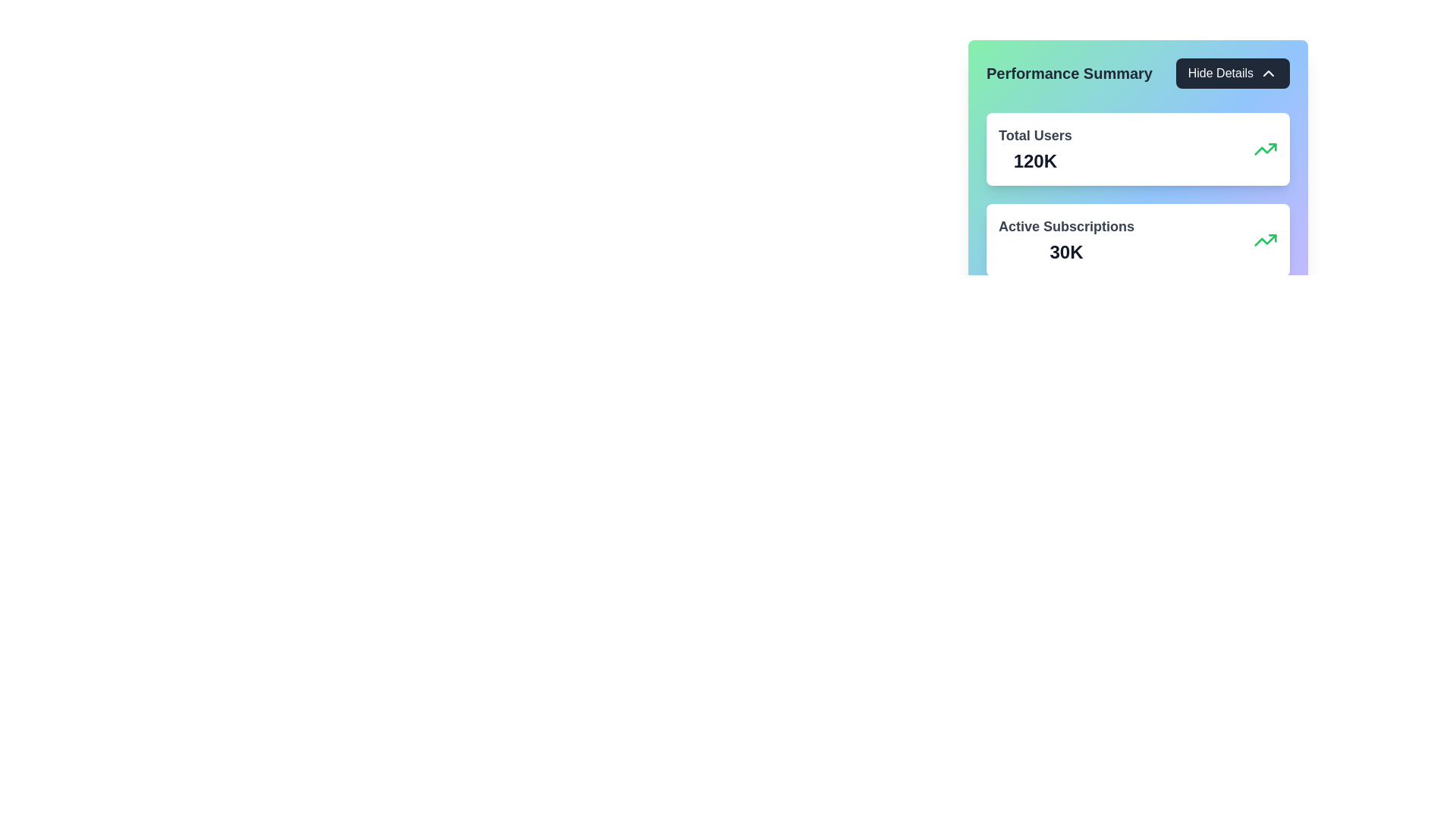 This screenshot has height=819, width=1456. What do you see at coordinates (1065, 239) in the screenshot?
I see `the 'Active Subscriptions' text display, which shows the value '30K' in a larger bold font, located within a white card below the 'Total Users 120K' card` at bounding box center [1065, 239].